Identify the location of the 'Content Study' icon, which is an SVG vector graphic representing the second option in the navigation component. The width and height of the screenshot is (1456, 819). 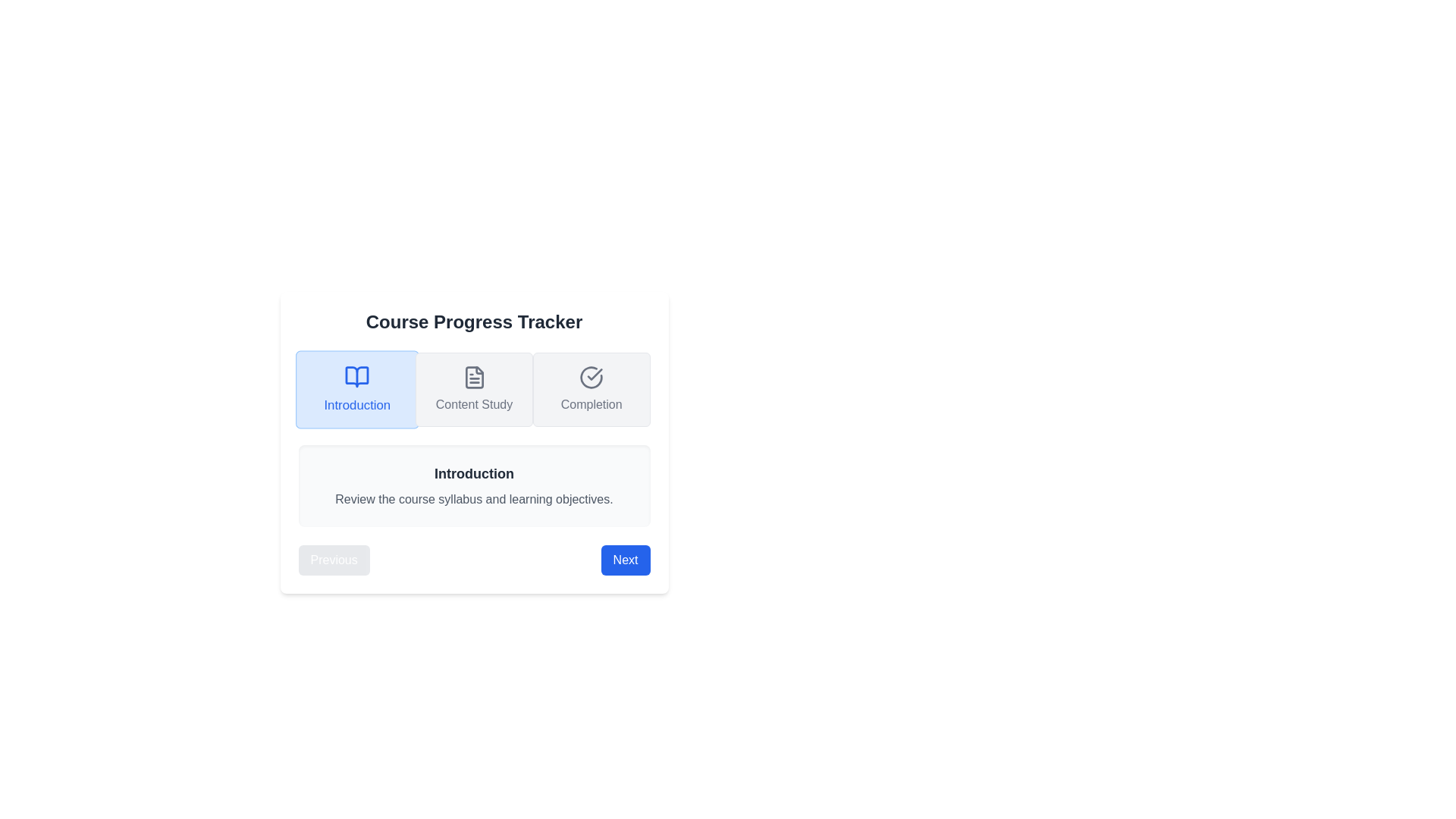
(473, 376).